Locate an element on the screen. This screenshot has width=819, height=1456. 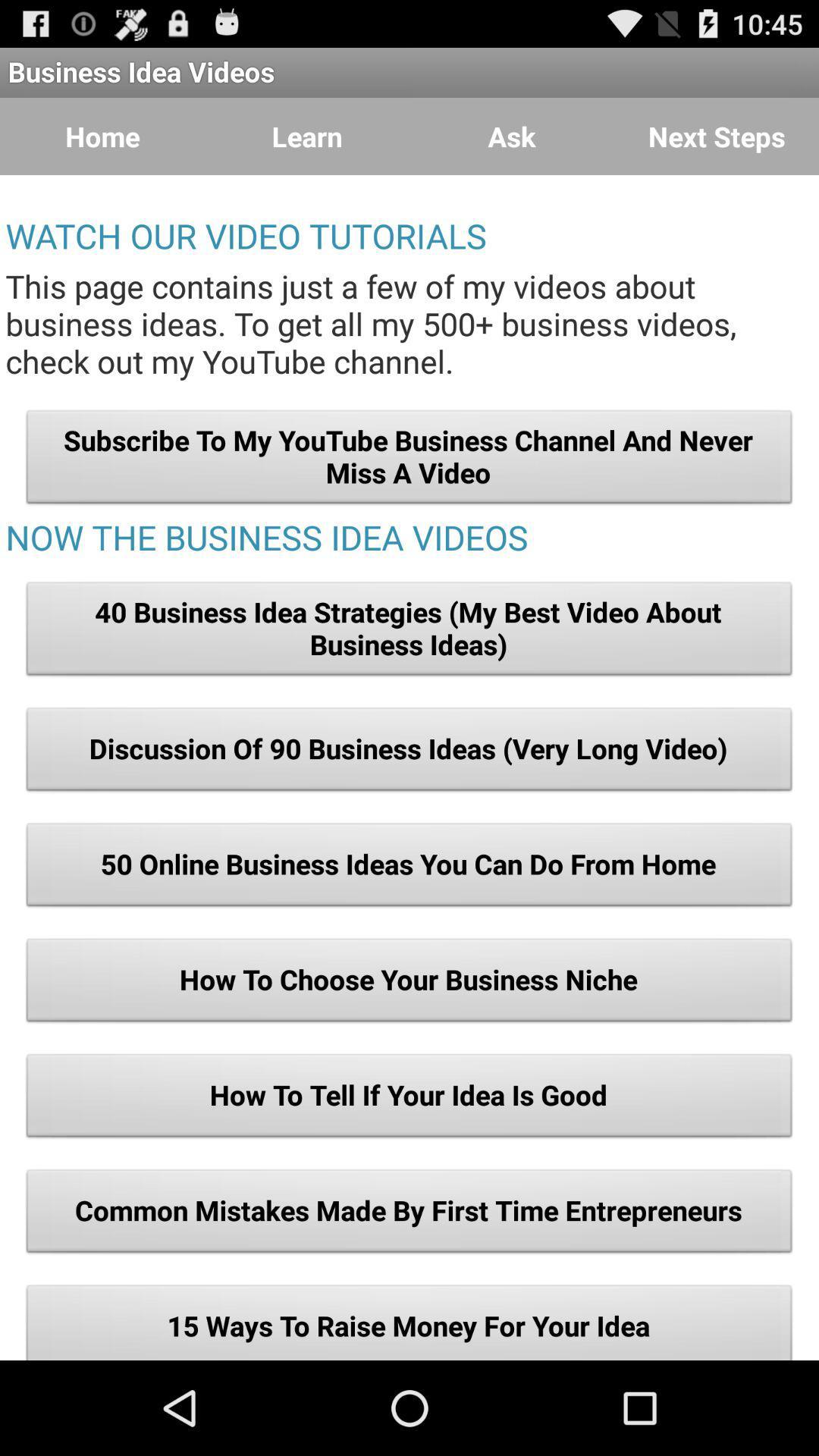
the 50 online business item is located at coordinates (409, 869).